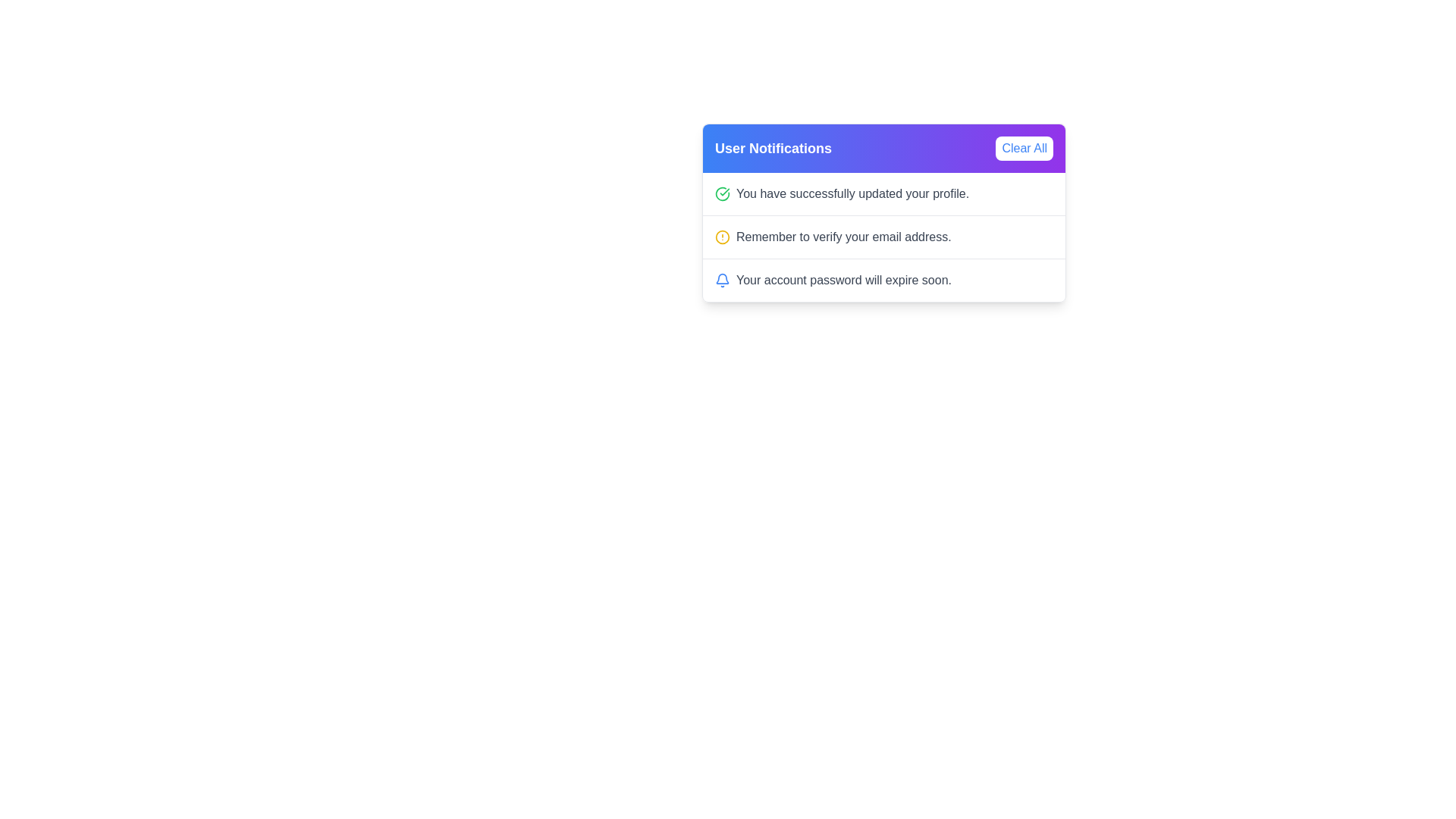  What do you see at coordinates (773, 149) in the screenshot?
I see `the 'User Notifications' text label, which is styled in bold and large white font within a gradient-colored header bar transitioning from blue to purple, positioned to the left of the 'Clear All' button` at bounding box center [773, 149].